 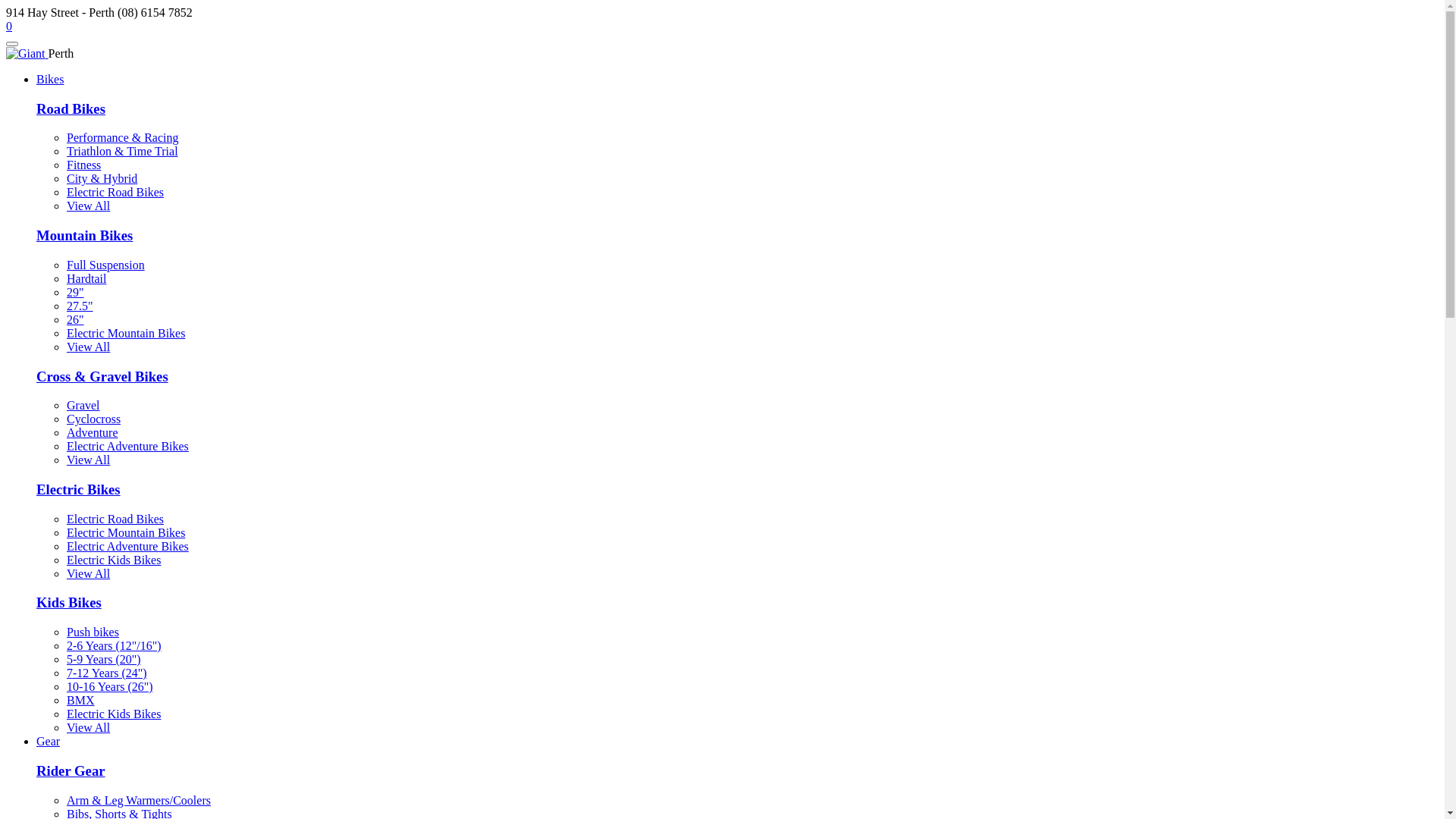 What do you see at coordinates (9, 26) in the screenshot?
I see `'0 item(s) in cart` at bounding box center [9, 26].